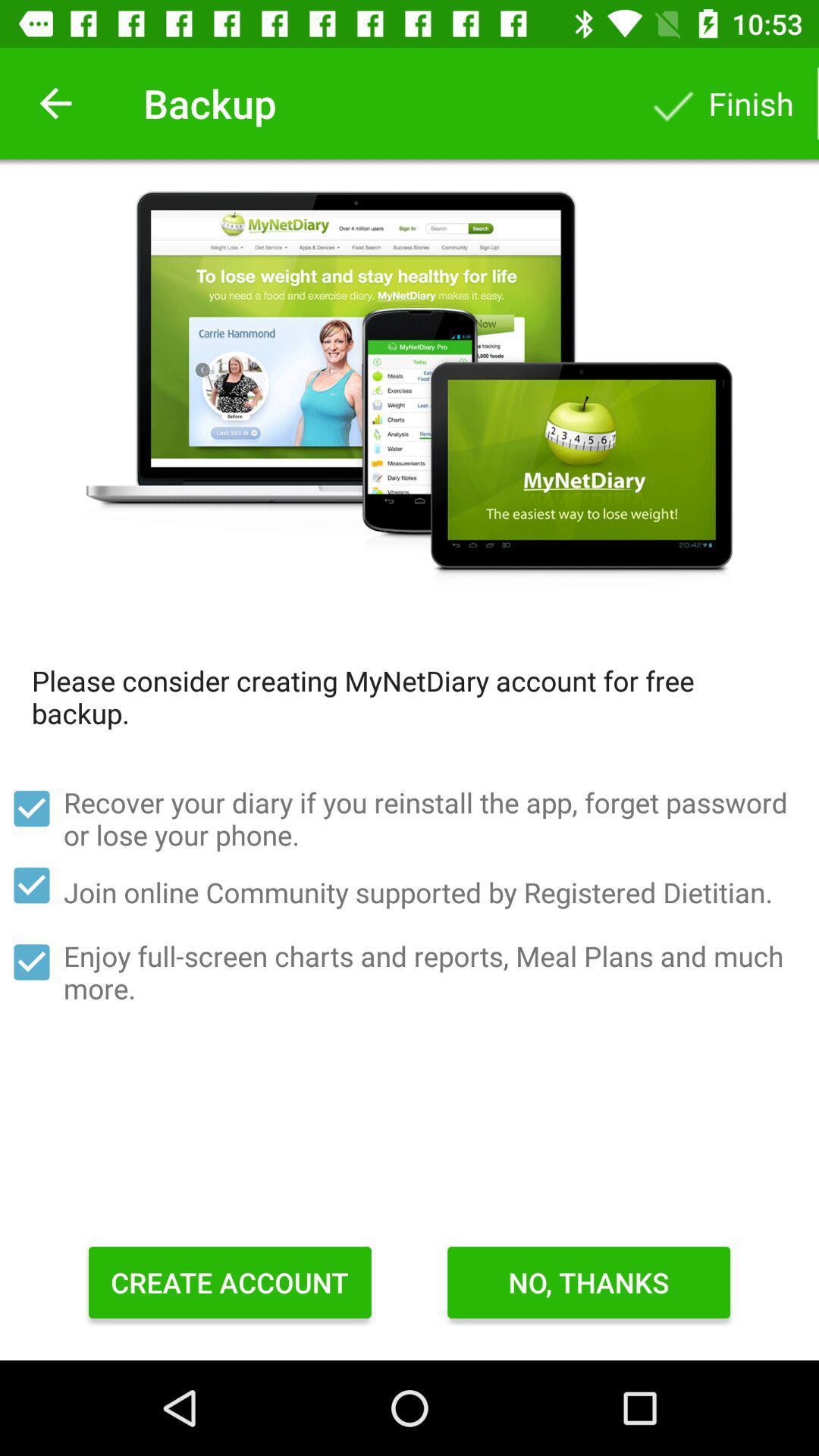 The width and height of the screenshot is (819, 1456). What do you see at coordinates (230, 1282) in the screenshot?
I see `the create account` at bounding box center [230, 1282].